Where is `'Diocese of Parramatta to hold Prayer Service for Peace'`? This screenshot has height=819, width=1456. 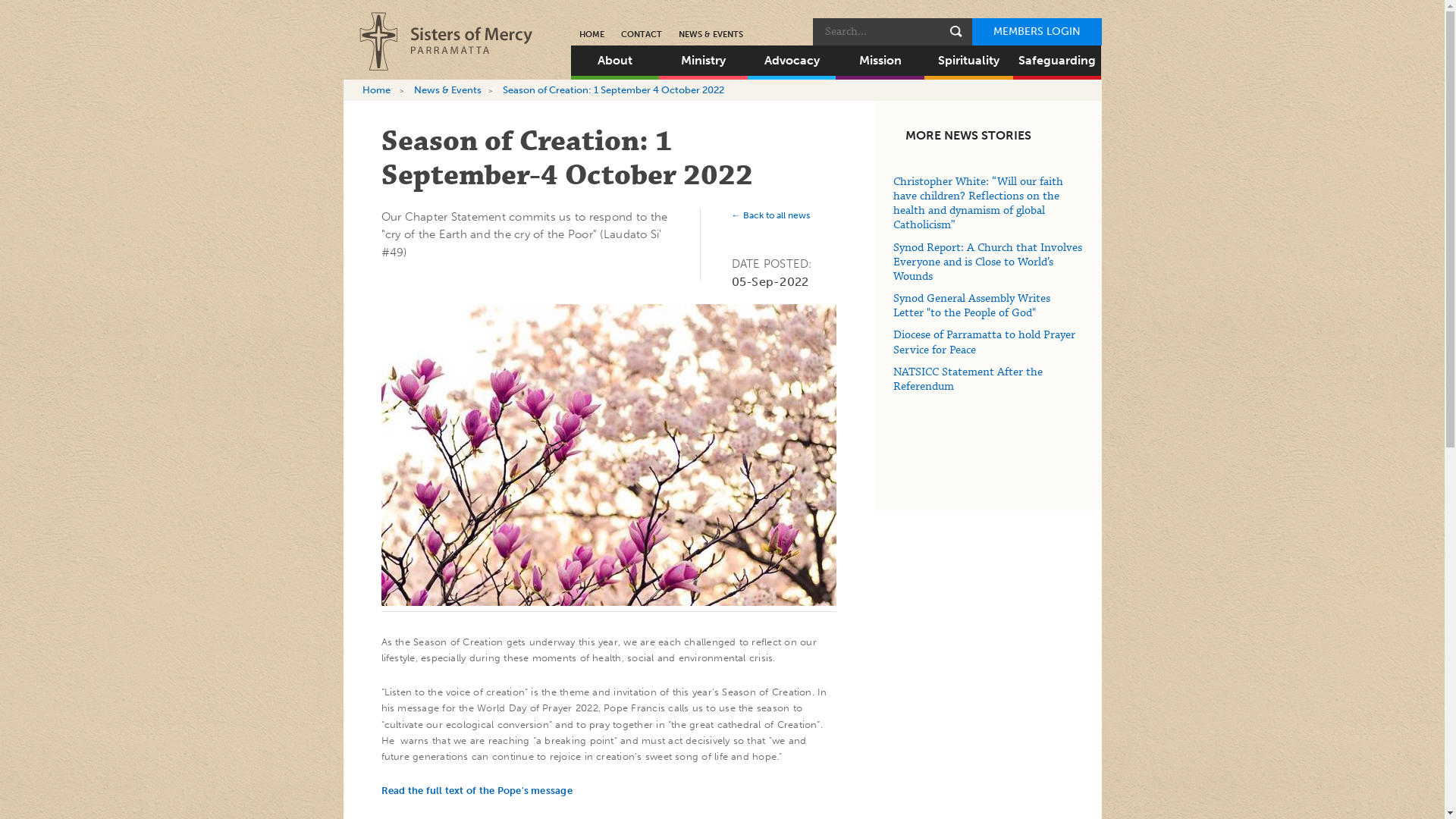 'Diocese of Parramatta to hold Prayer Service for Peace' is located at coordinates (893, 342).